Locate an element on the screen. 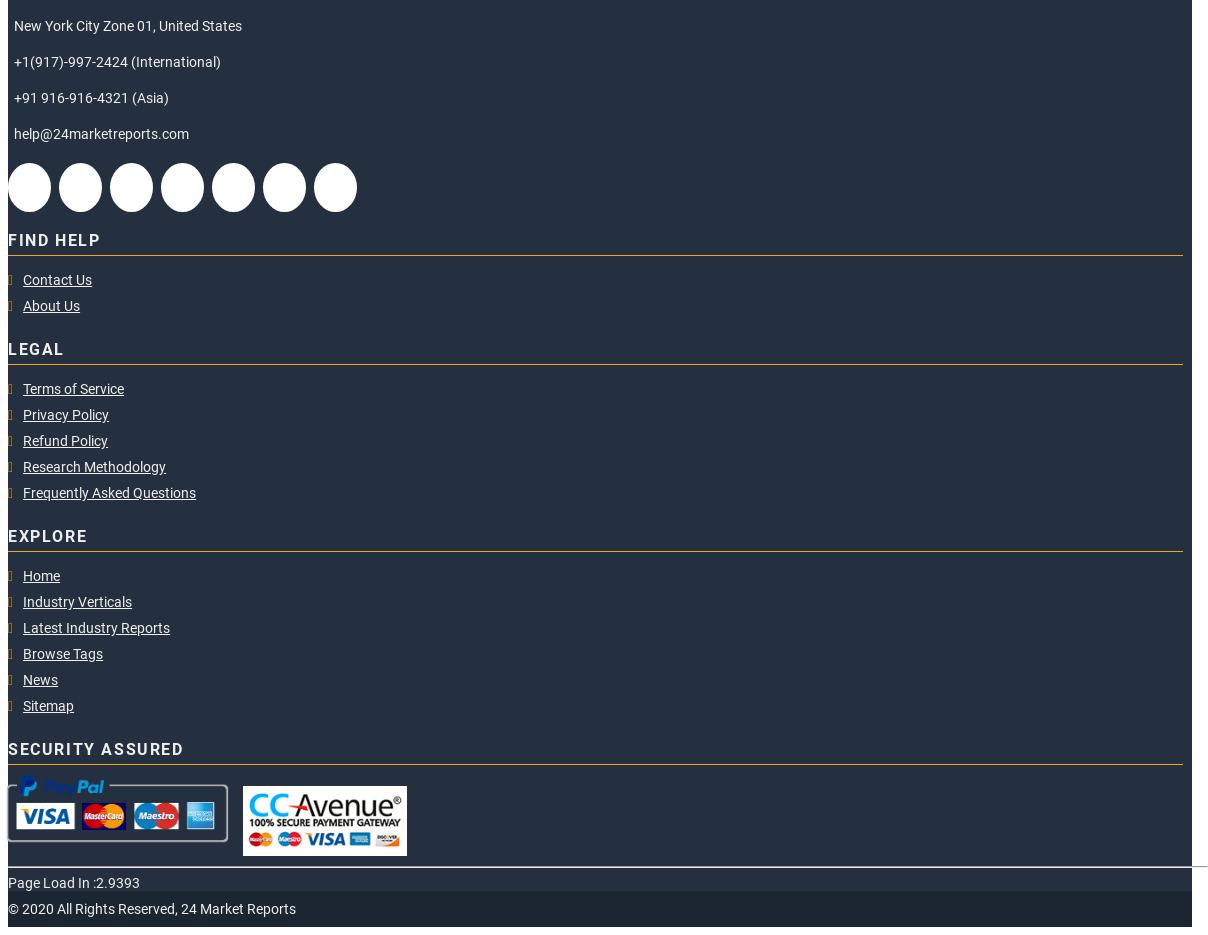 This screenshot has width=1208, height=935. 'Home' is located at coordinates (40, 575).